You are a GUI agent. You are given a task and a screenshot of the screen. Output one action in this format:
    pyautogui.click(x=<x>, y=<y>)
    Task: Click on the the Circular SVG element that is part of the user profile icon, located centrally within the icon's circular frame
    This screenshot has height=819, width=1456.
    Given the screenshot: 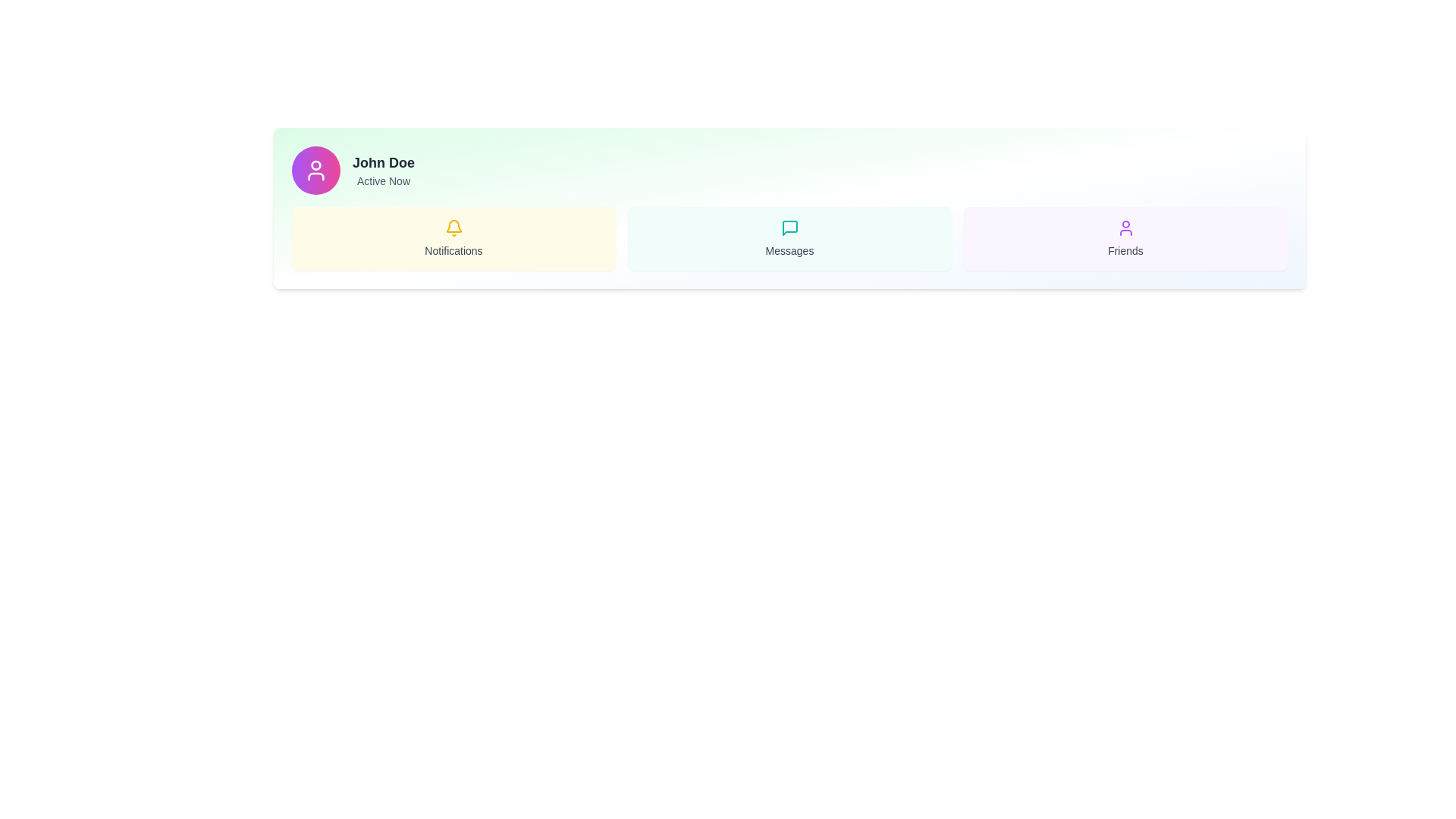 What is the action you would take?
    pyautogui.click(x=315, y=165)
    